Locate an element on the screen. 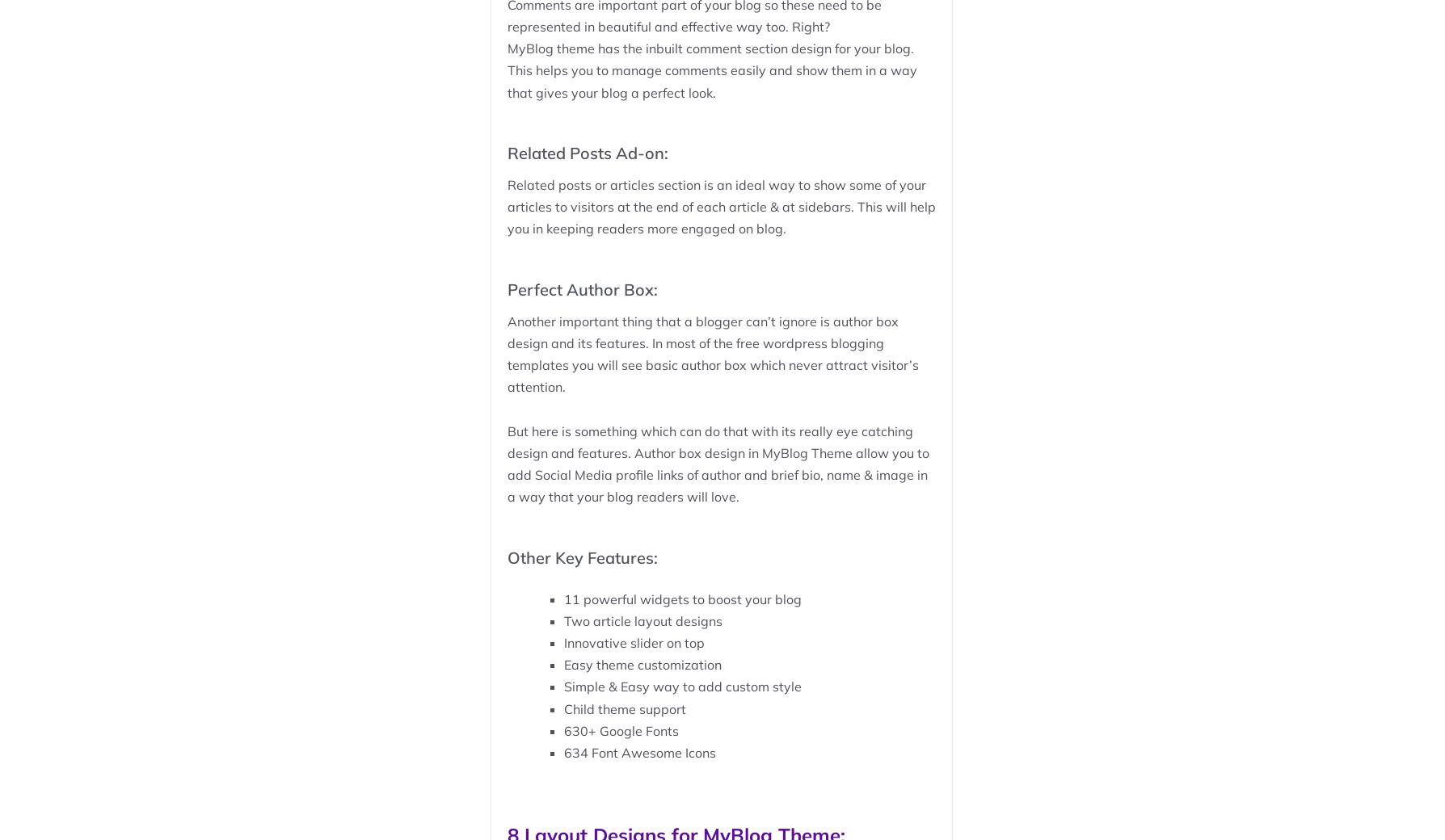 Image resolution: width=1445 pixels, height=840 pixels. 'Related posts or articles section is an ideal way to show some of your articles to visitors at the end of each article & at sidebars. This will help you in keeping readers more engaged on blog.' is located at coordinates (720, 206).